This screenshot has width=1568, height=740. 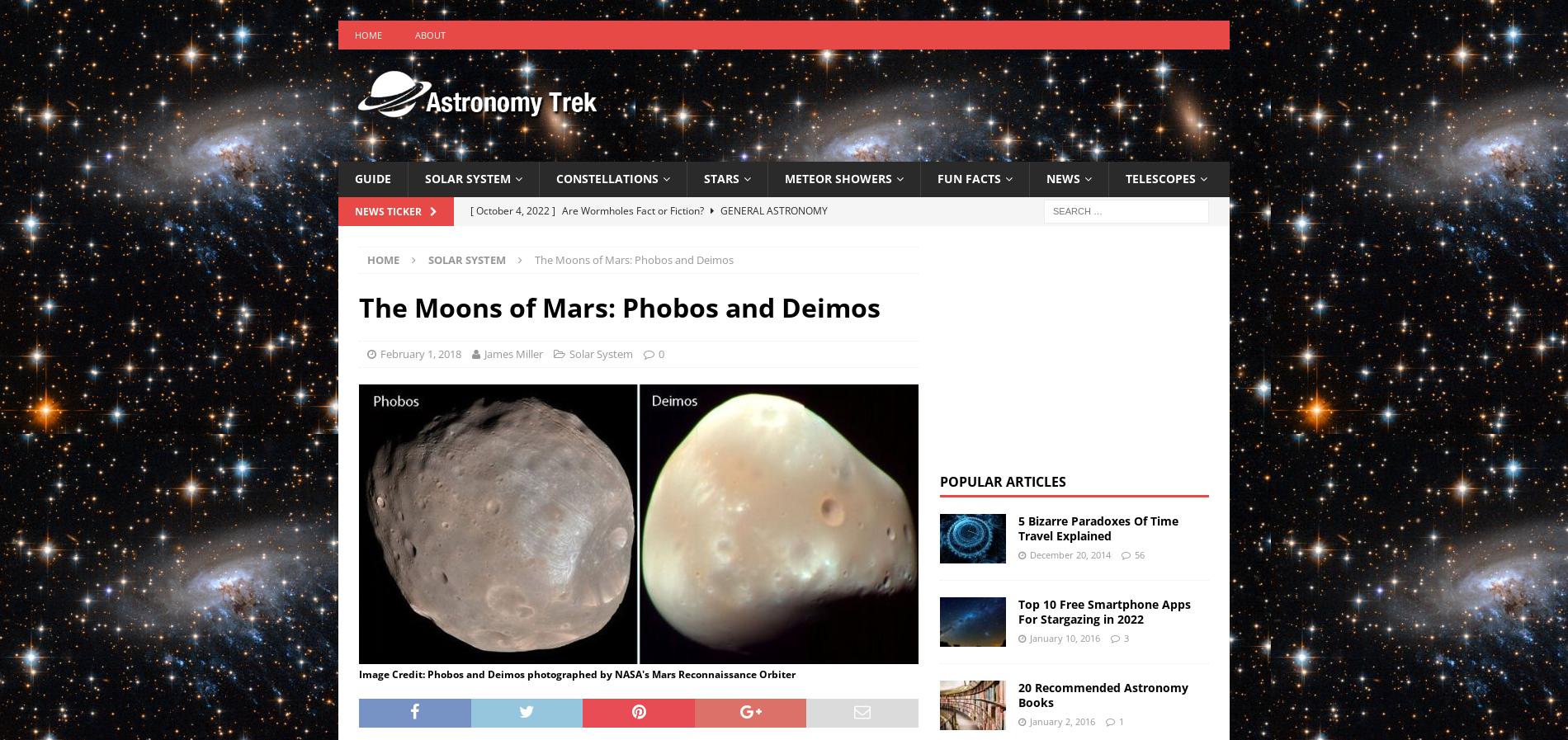 What do you see at coordinates (1060, 720) in the screenshot?
I see `'January 2, 2016'` at bounding box center [1060, 720].